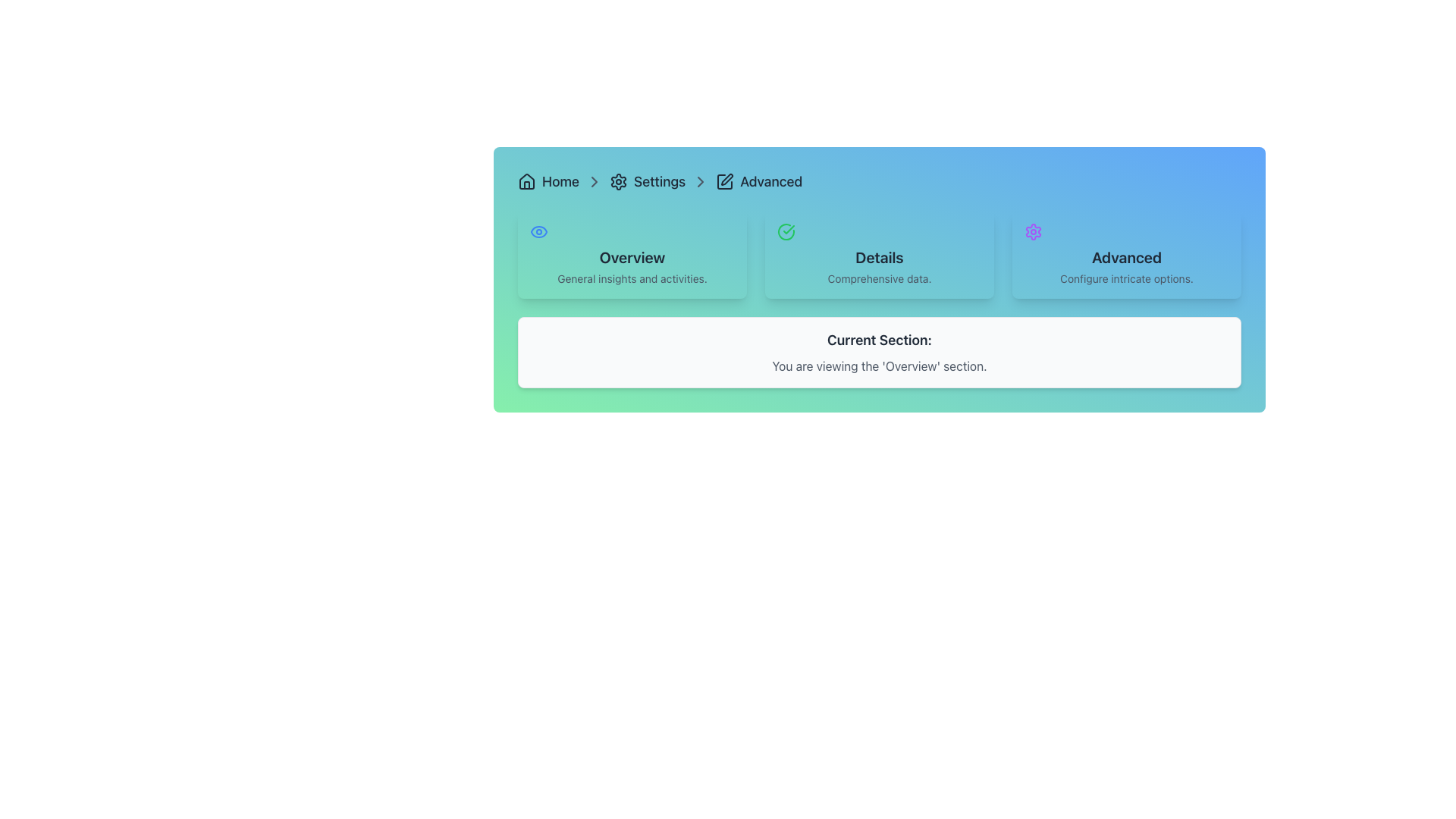 The height and width of the screenshot is (819, 1456). What do you see at coordinates (560, 180) in the screenshot?
I see `the 'Home' text link in the top-left navigation bar` at bounding box center [560, 180].